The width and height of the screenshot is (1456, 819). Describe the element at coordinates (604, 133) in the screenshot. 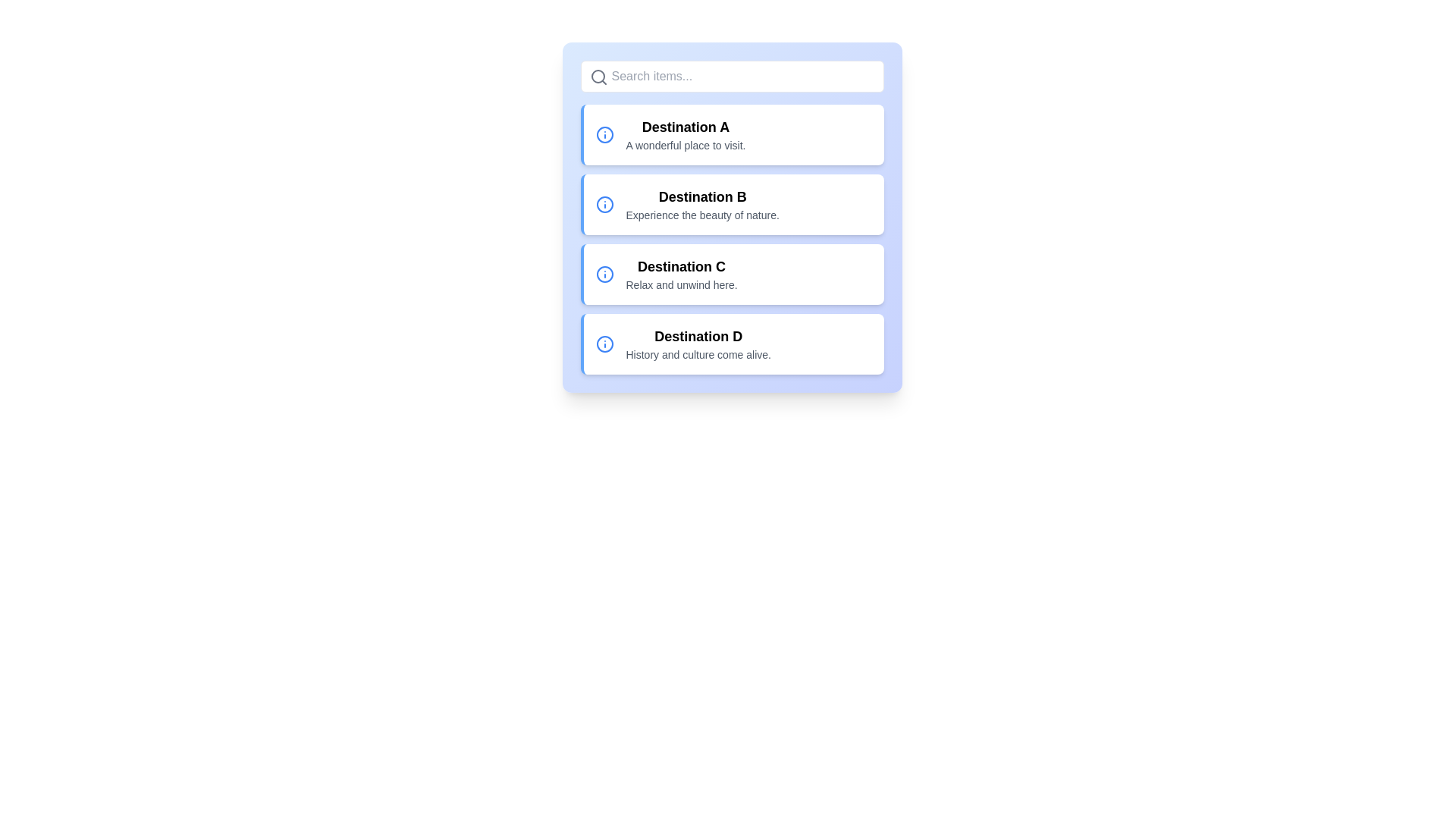

I see `the information/help icon located to the left of the 'Destination A' title, which provides additional details related to it` at that location.